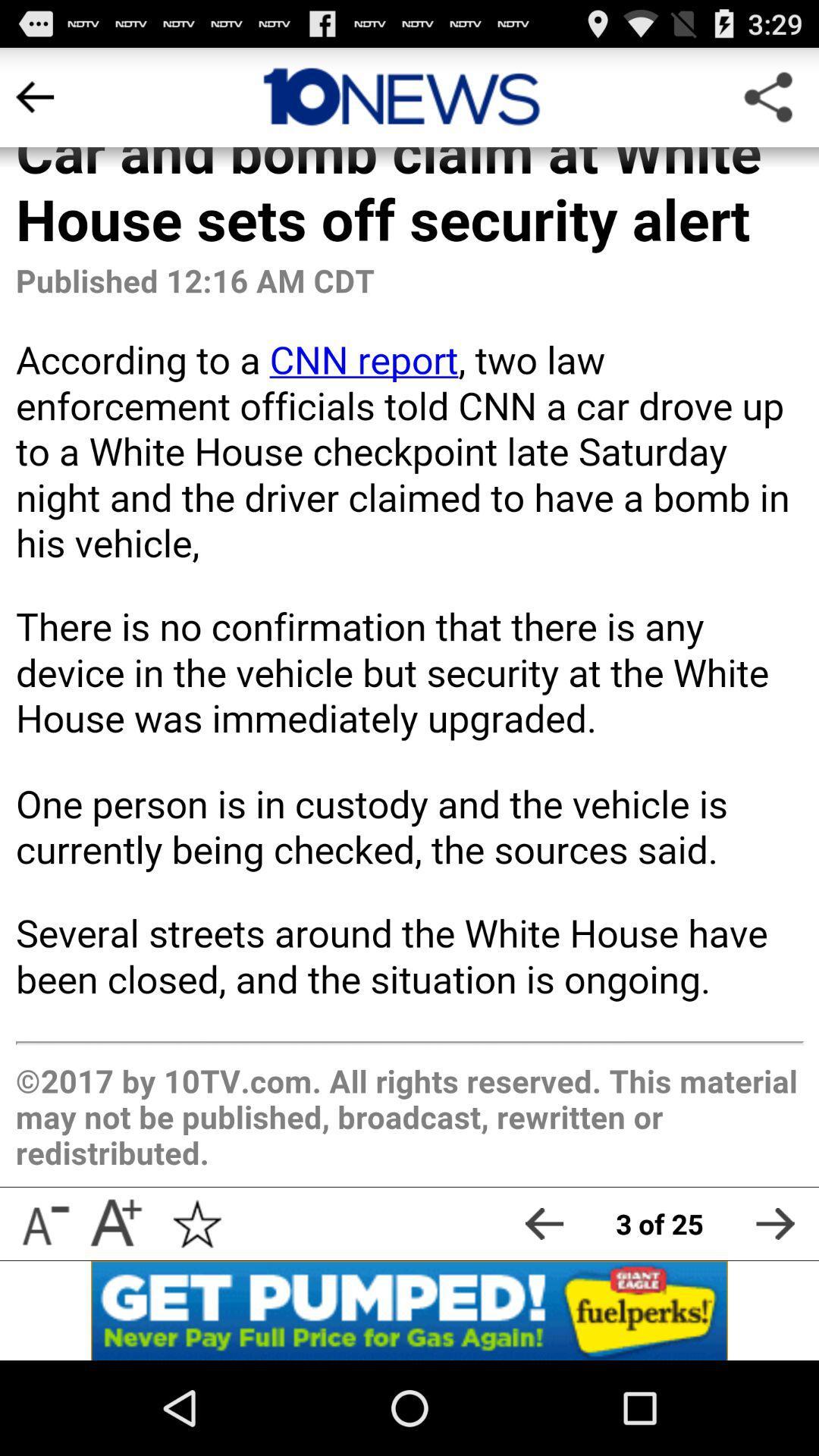 This screenshot has height=1456, width=819. What do you see at coordinates (409, 1310) in the screenshot?
I see `advertisement` at bounding box center [409, 1310].